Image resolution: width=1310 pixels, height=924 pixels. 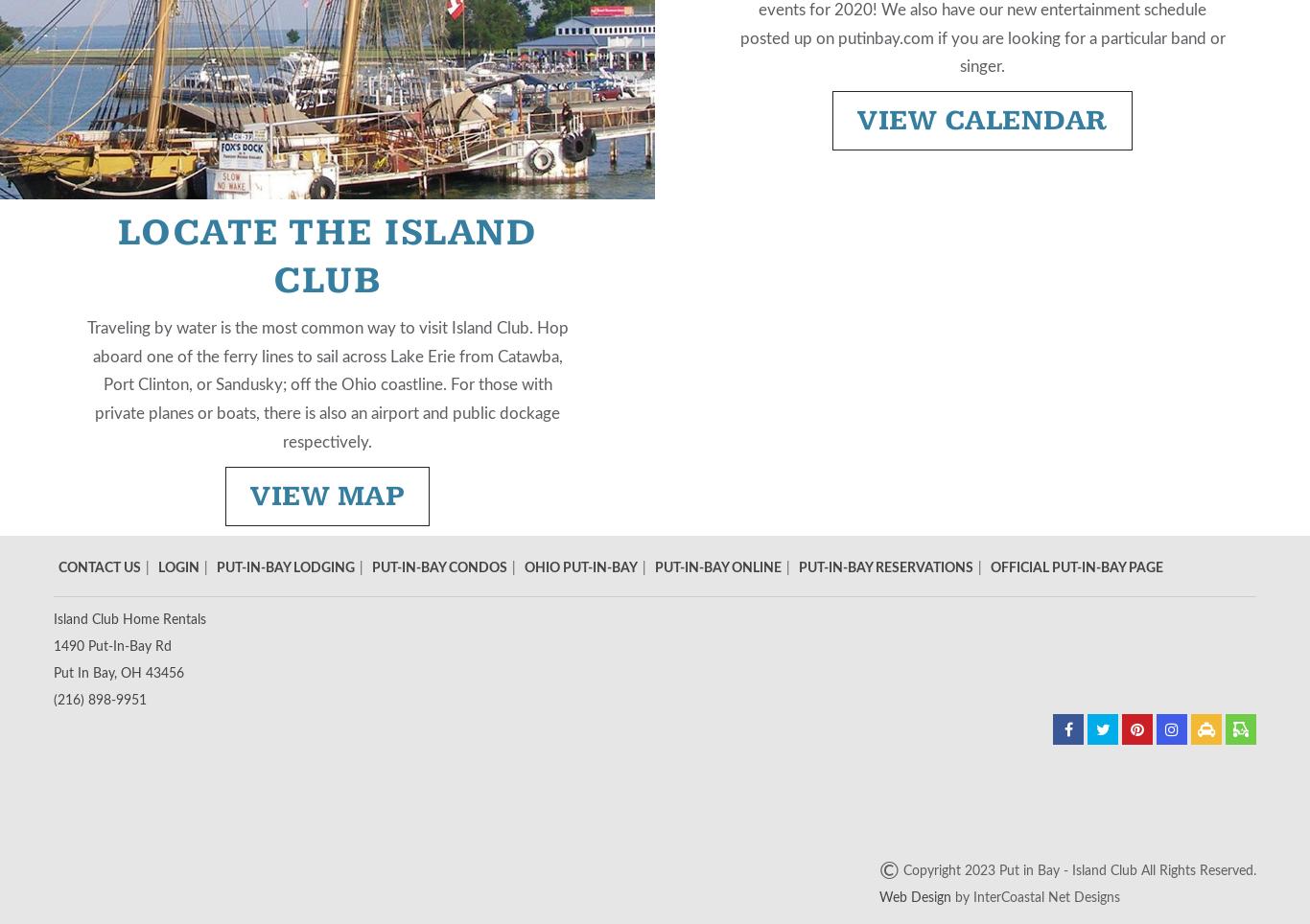 I want to click on 'Contact Us', so click(x=58, y=566).